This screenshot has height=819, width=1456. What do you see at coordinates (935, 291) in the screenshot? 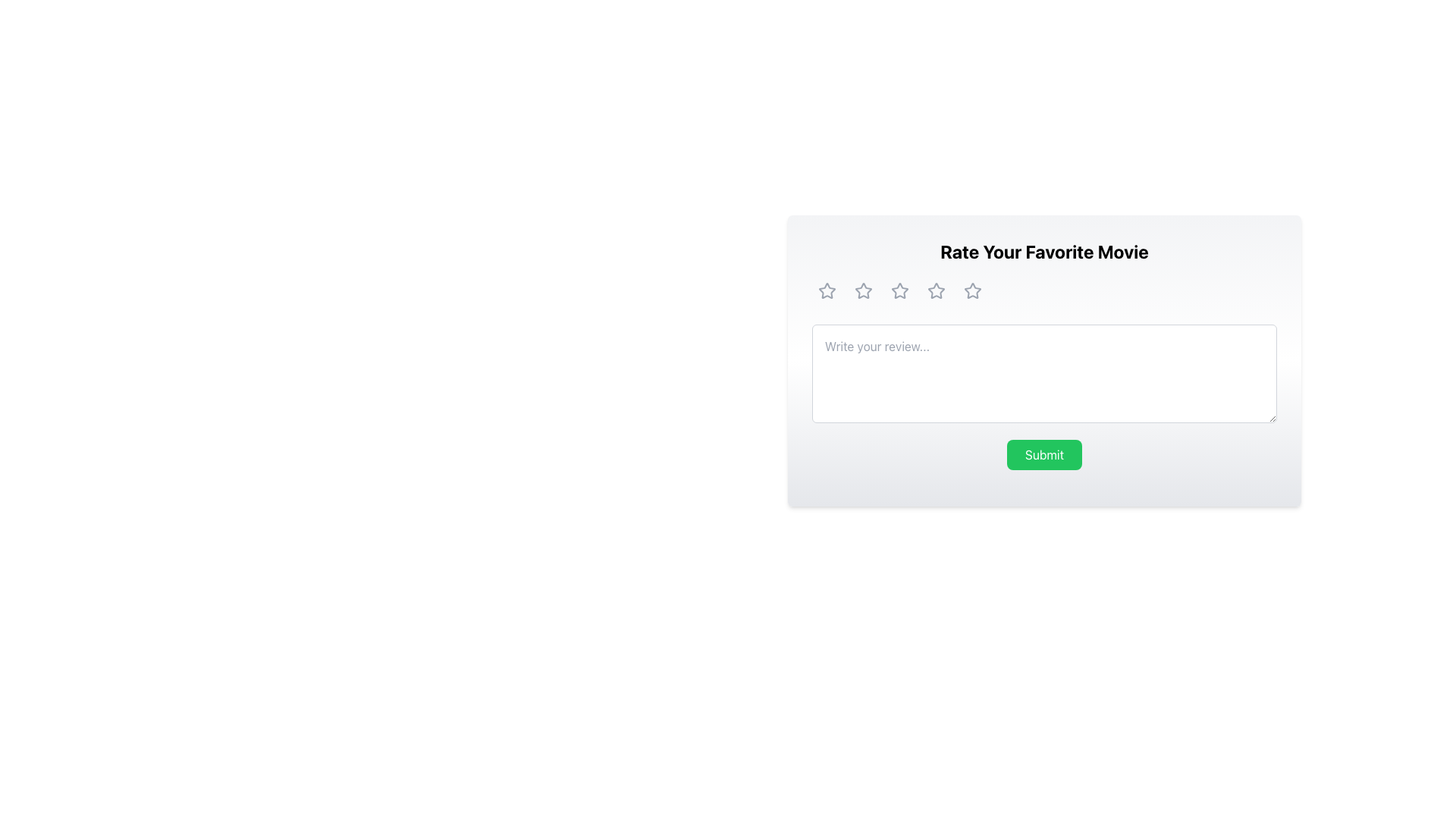
I see `the fourth star icon in the horizontal row of five star icons` at bounding box center [935, 291].